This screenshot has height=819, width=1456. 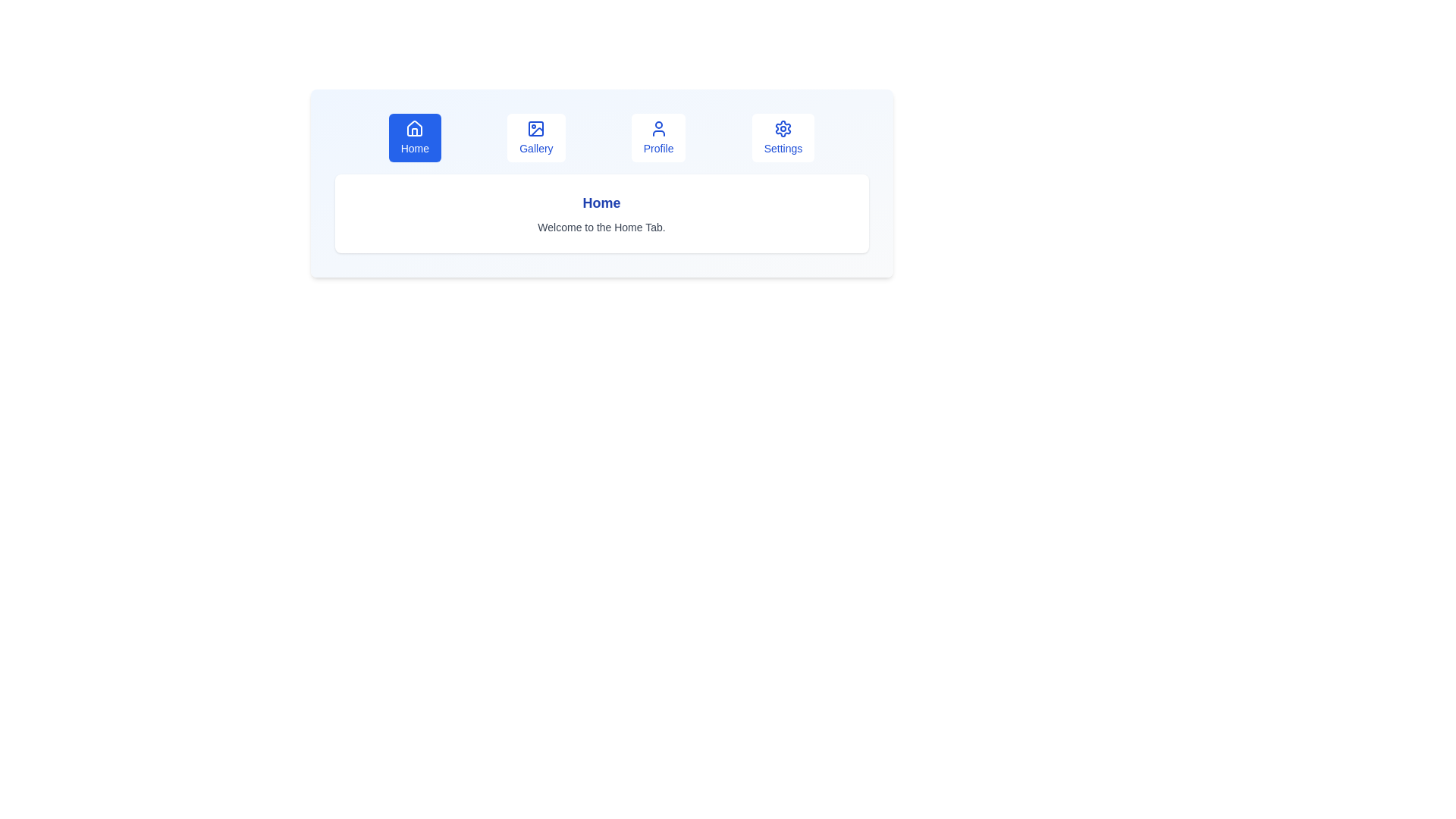 What do you see at coordinates (783, 137) in the screenshot?
I see `the Settings tab to display its content` at bounding box center [783, 137].